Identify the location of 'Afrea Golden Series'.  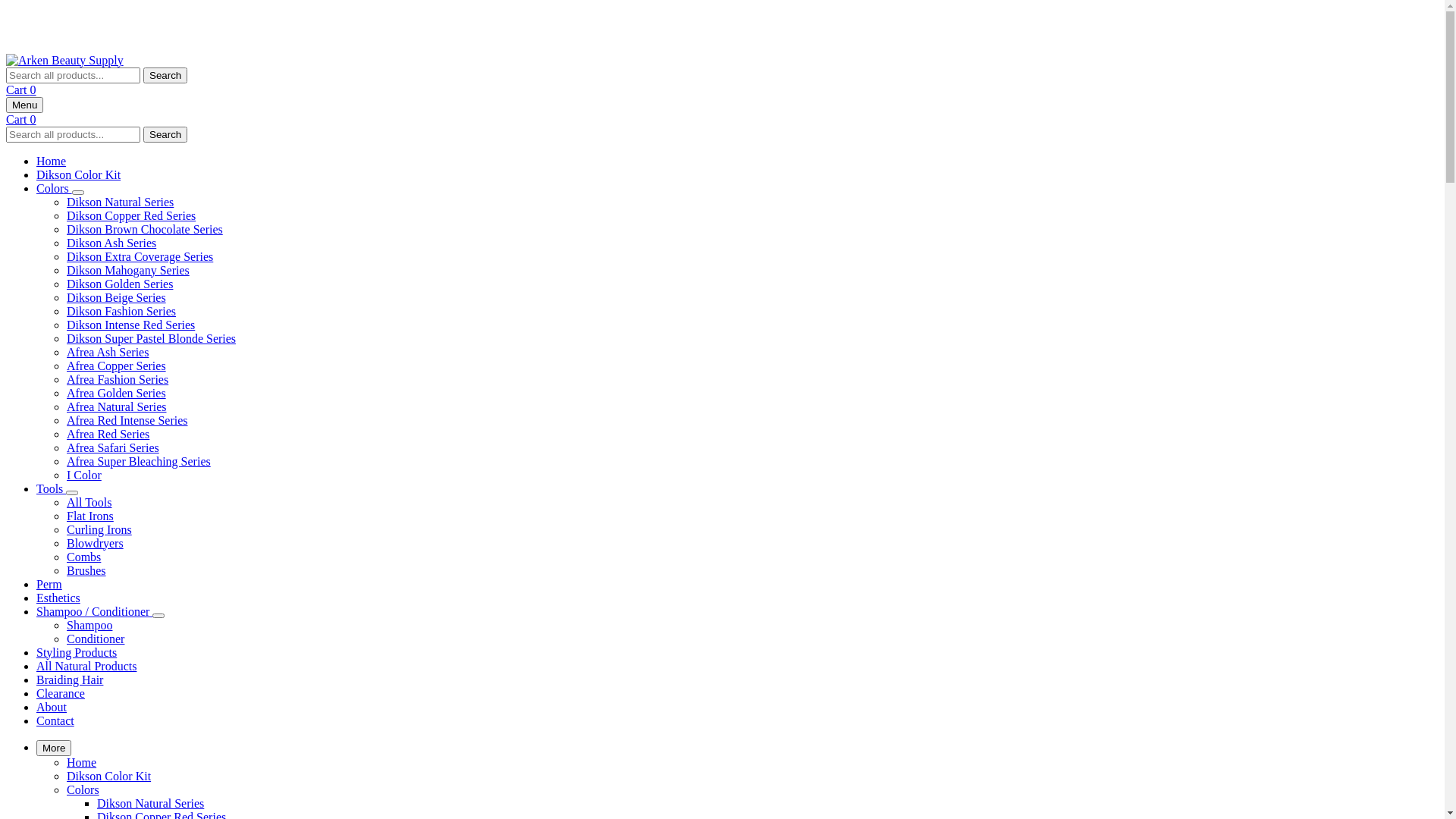
(65, 392).